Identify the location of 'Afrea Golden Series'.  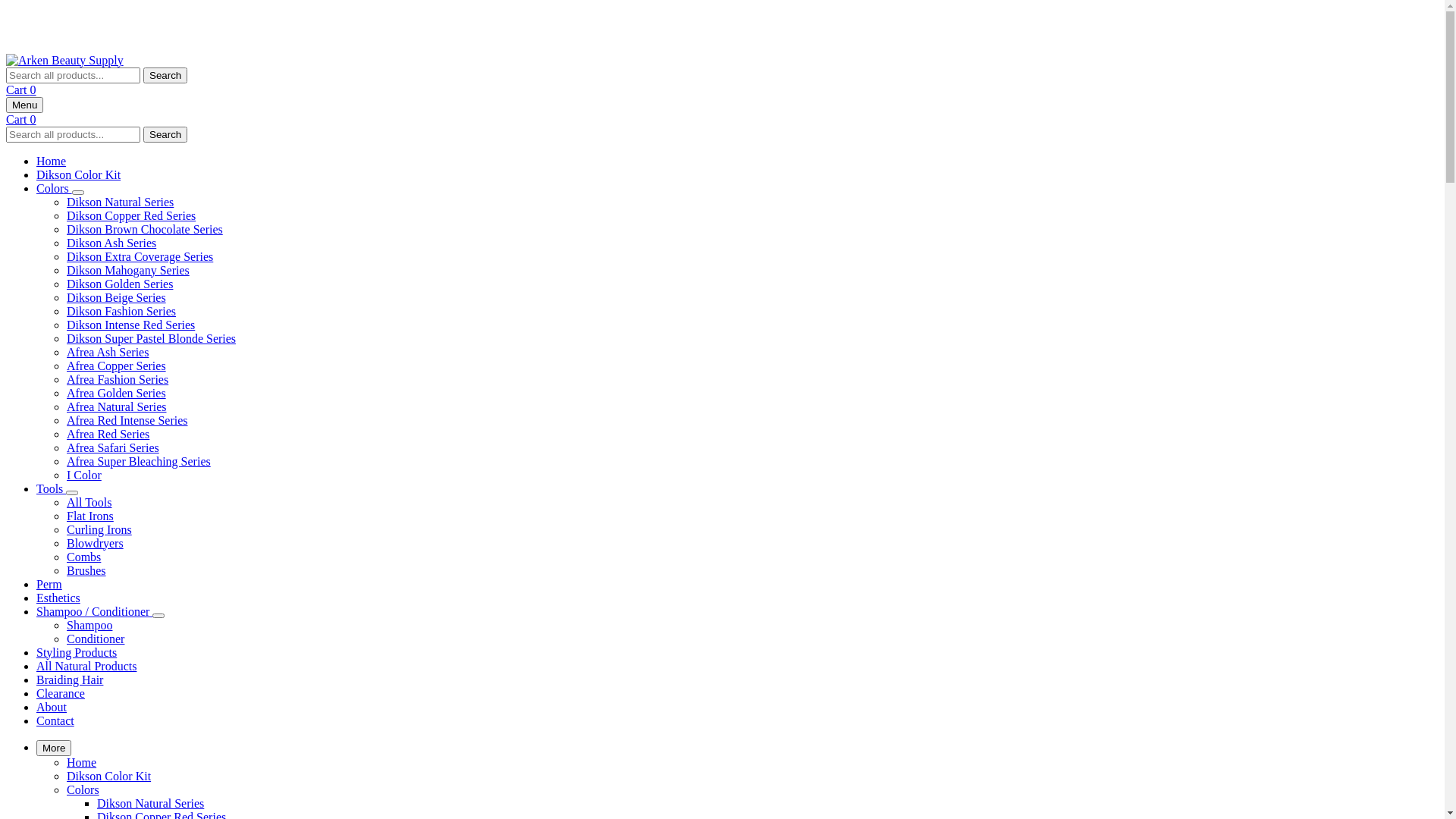
(65, 392).